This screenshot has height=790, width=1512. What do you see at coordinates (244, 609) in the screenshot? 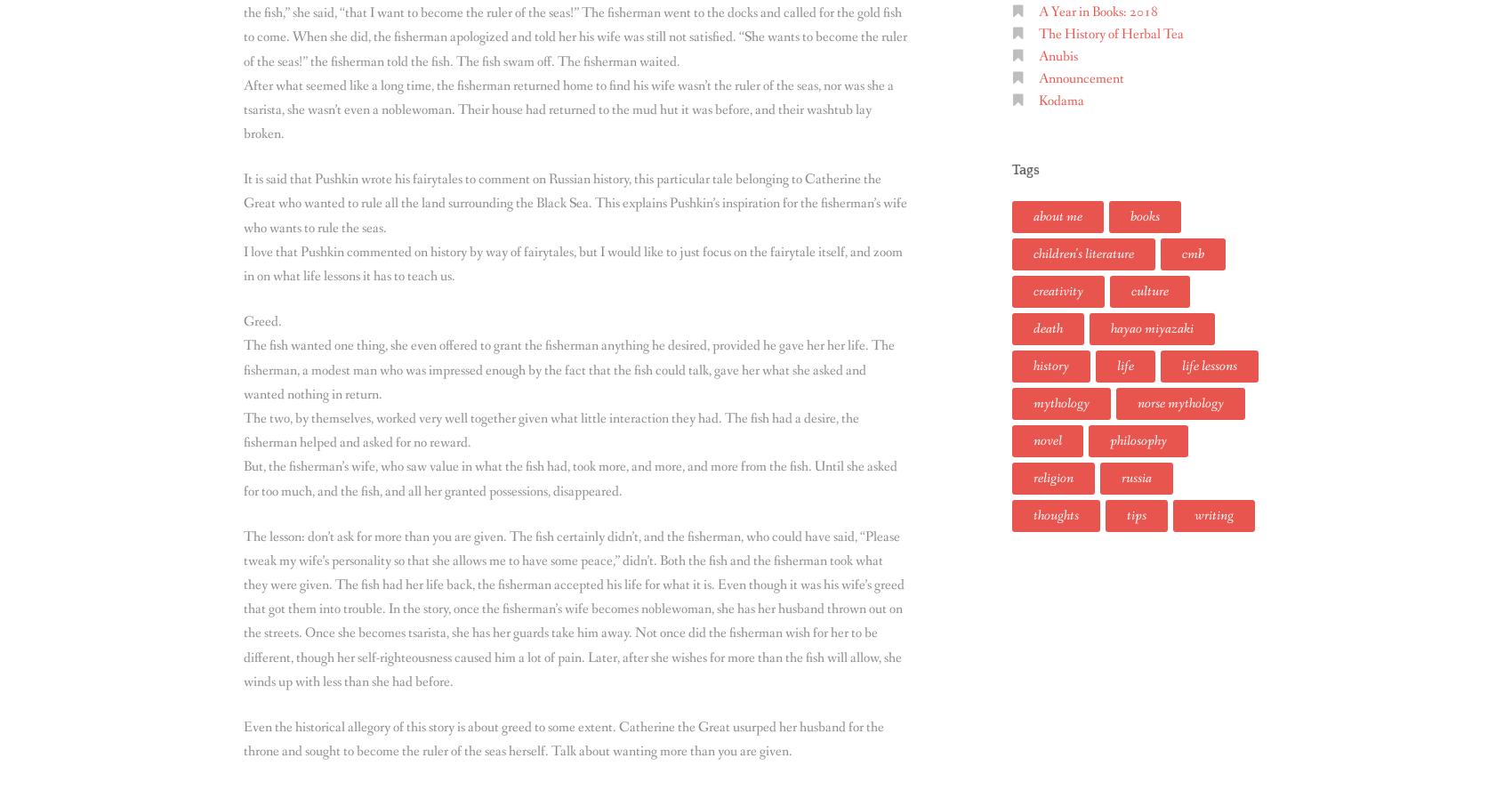
I see `'The lesson: don’t ask for more than you are given. The fish certainly didn’t, and the fisherman, who could have said, “Please tweak my wife’s personality so that she allows me to have some peace,” didn’t. Both the fish and the fisherman took what they were given. The fish had her life back, the fisherman accepted his life for what it is. Even though it was his wife’s greed that got them into trouble. In the story, once the fisherman’s wife becomes noblewoman, she has her husband thrown out on the streets. Once she becomes tsarista, she has her guards take him away. Not once did the fisherman wish for her to be different, though her self-righteousness caused him a lot of pain. Later, after she wishes for more than the fish will allow, she winds up with less than she had before.'` at bounding box center [244, 609].